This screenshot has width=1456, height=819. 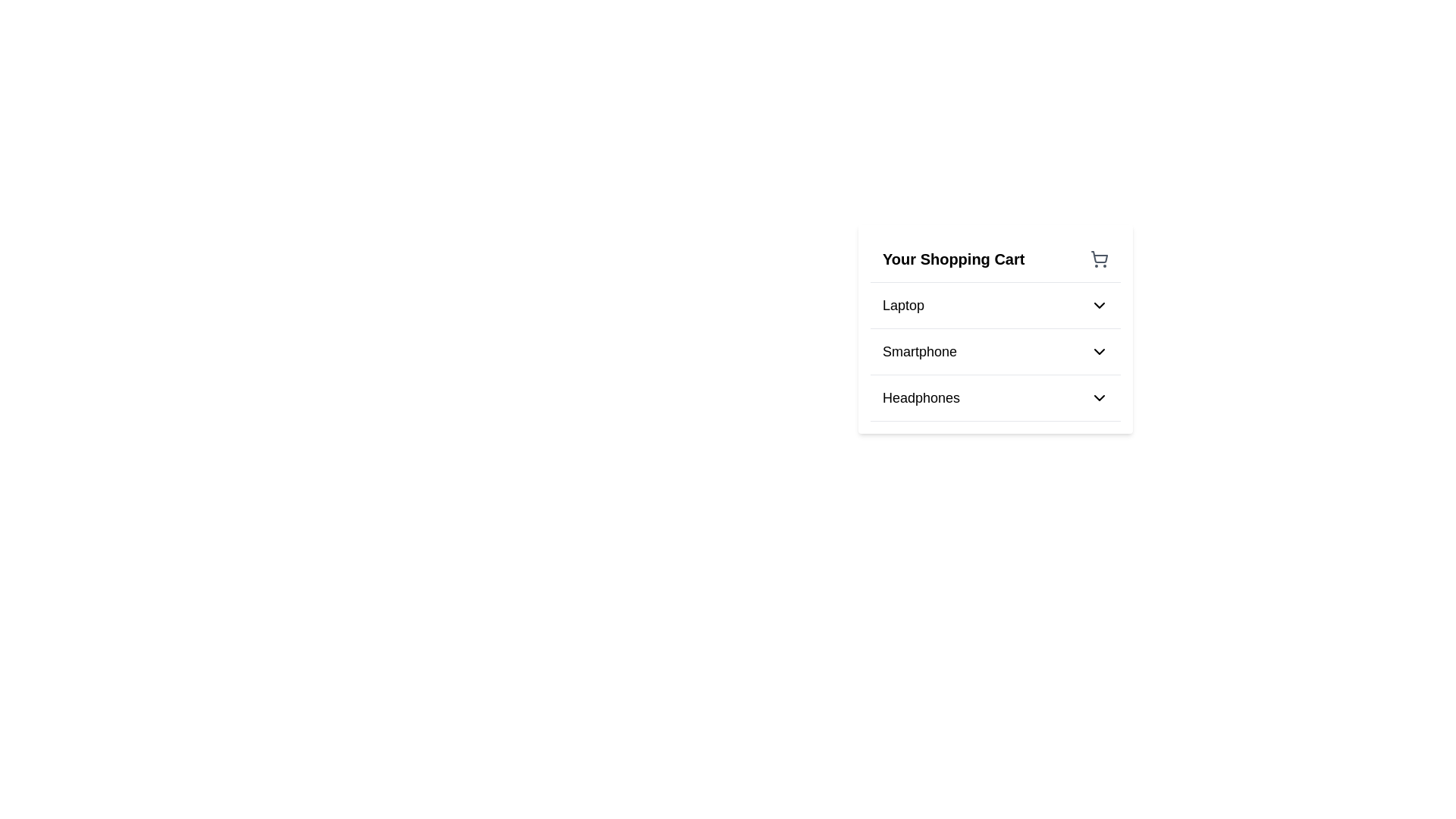 I want to click on the shopping cart icon, which is located in the upper-right corner of the 'Your Shopping Cart' section, featuring a minimalistic design with rounded lines, so click(x=1099, y=256).